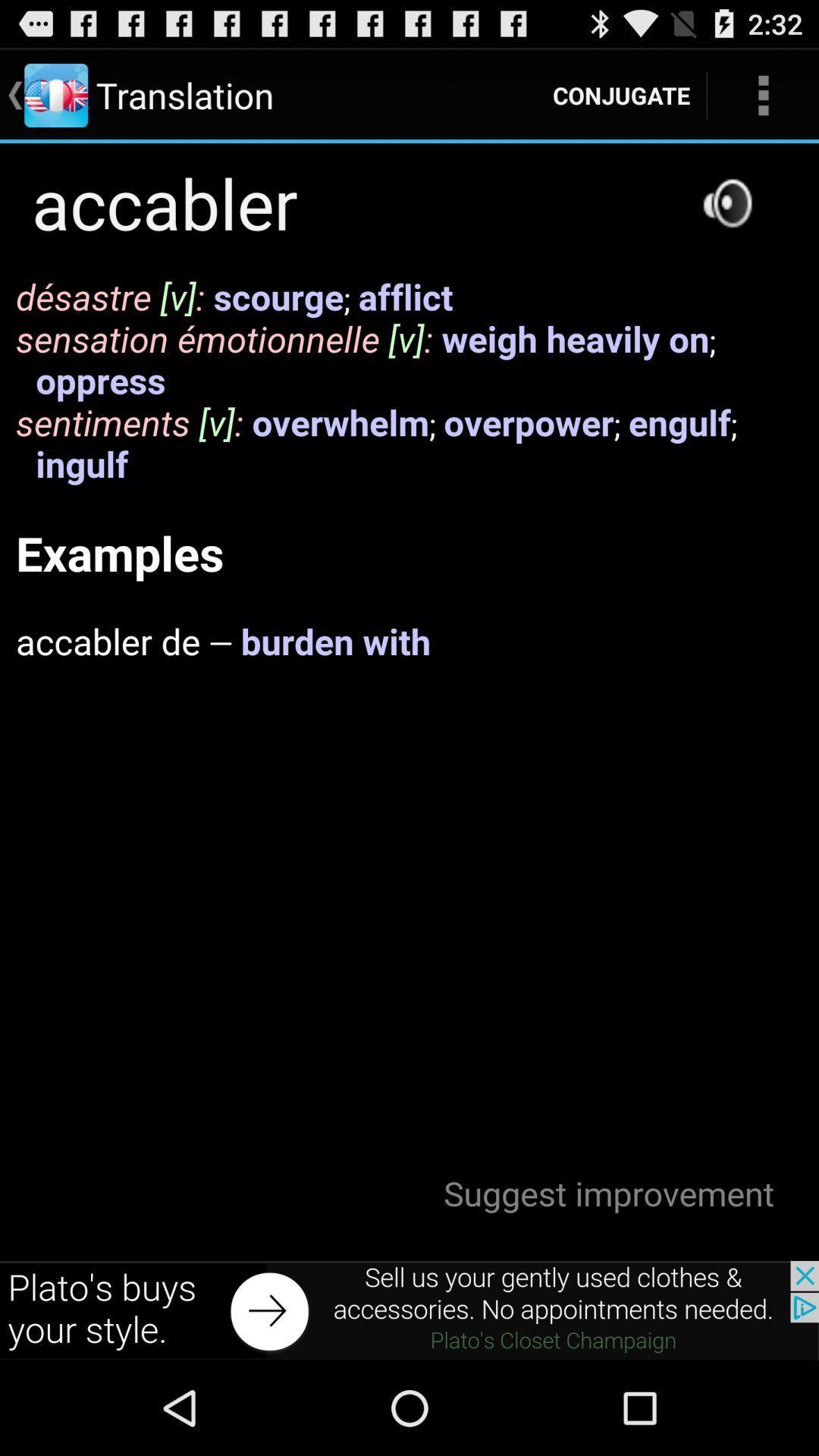 Image resolution: width=819 pixels, height=1456 pixels. I want to click on link to site, so click(409, 1310).